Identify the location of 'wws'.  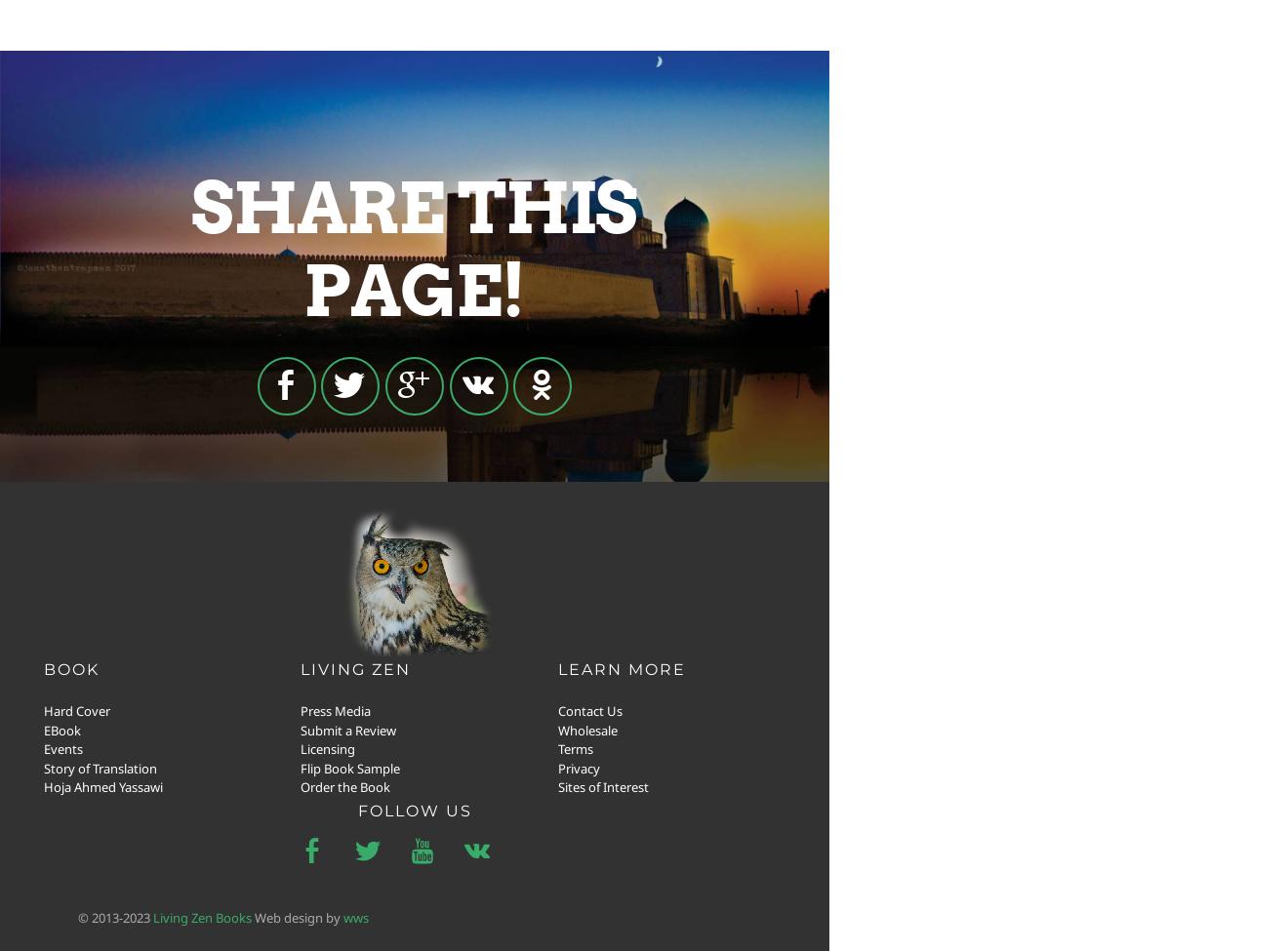
(354, 915).